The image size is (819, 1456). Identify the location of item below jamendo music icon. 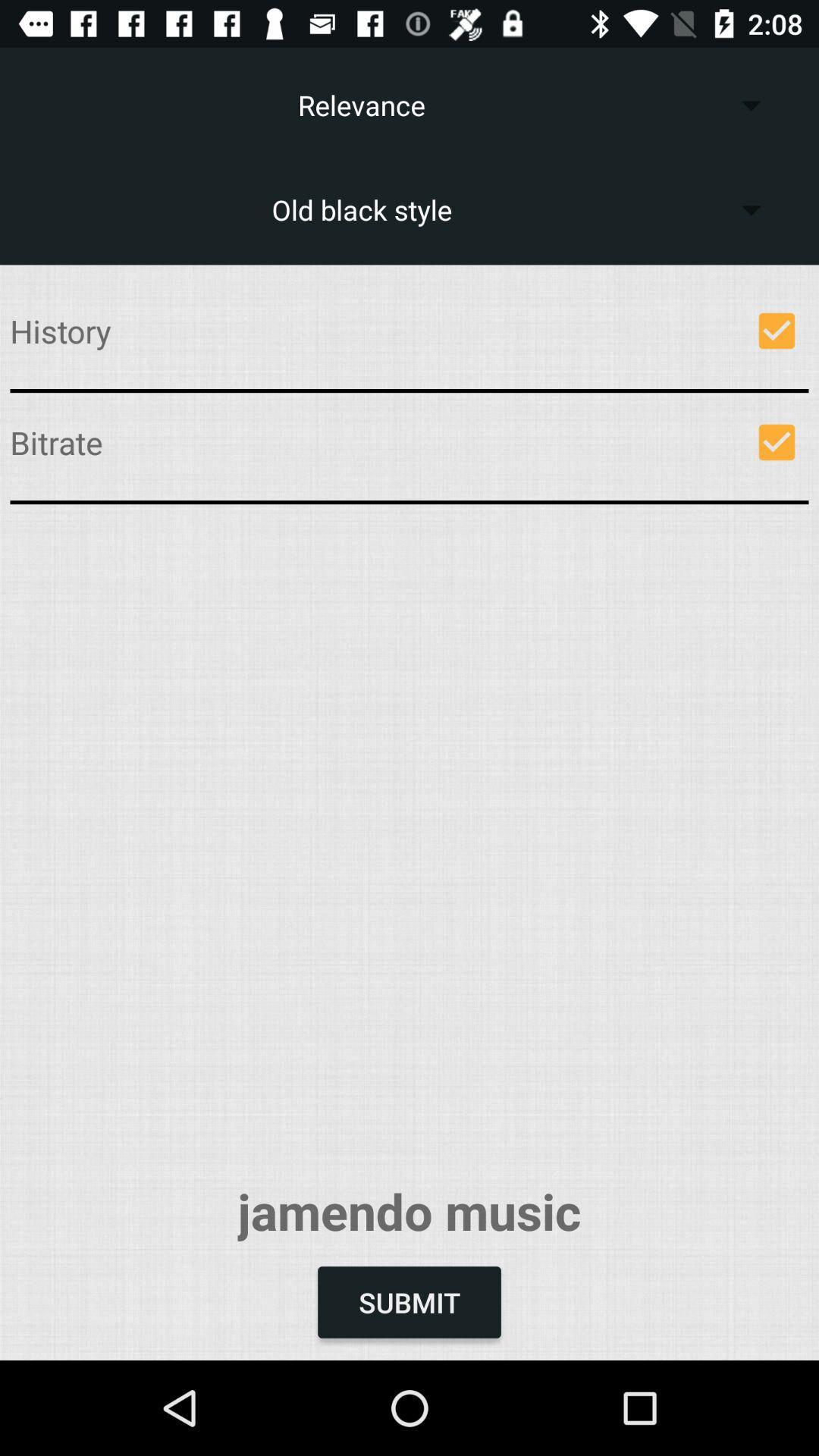
(409, 1301).